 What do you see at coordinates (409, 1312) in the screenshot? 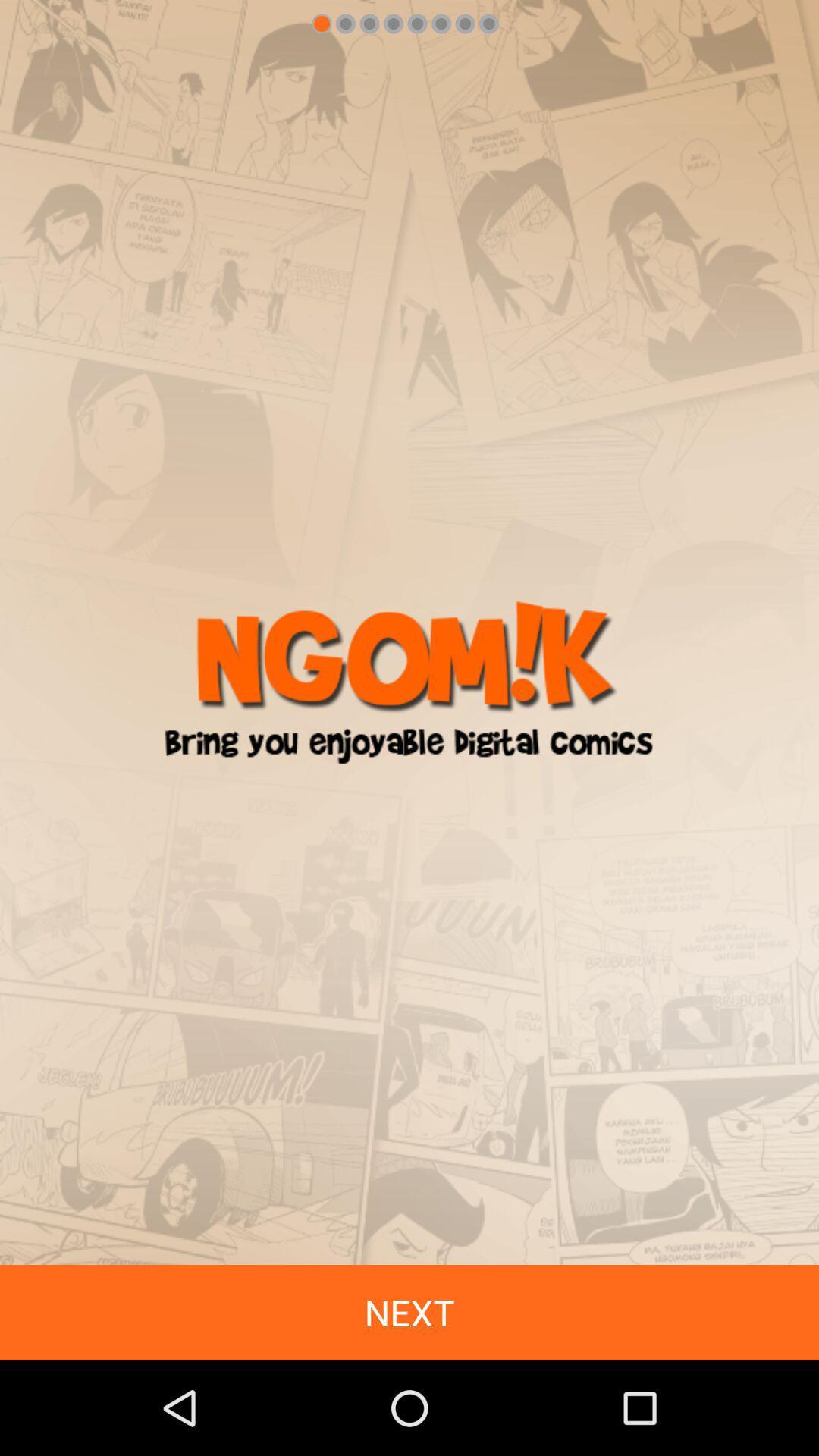
I see `the next item` at bounding box center [409, 1312].